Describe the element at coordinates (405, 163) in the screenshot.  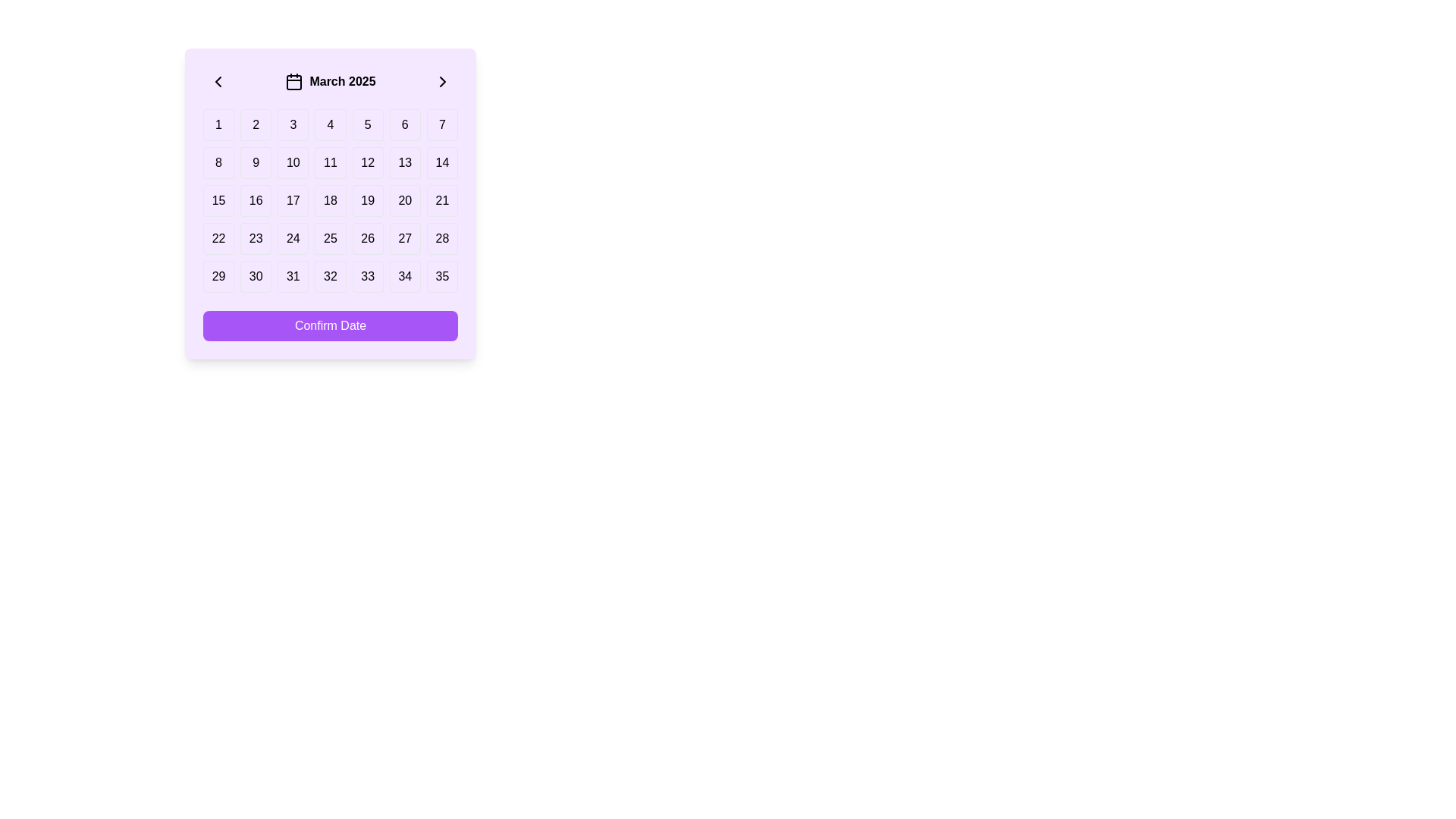
I see `the square button displaying the number '13' with a light lavender background` at that location.